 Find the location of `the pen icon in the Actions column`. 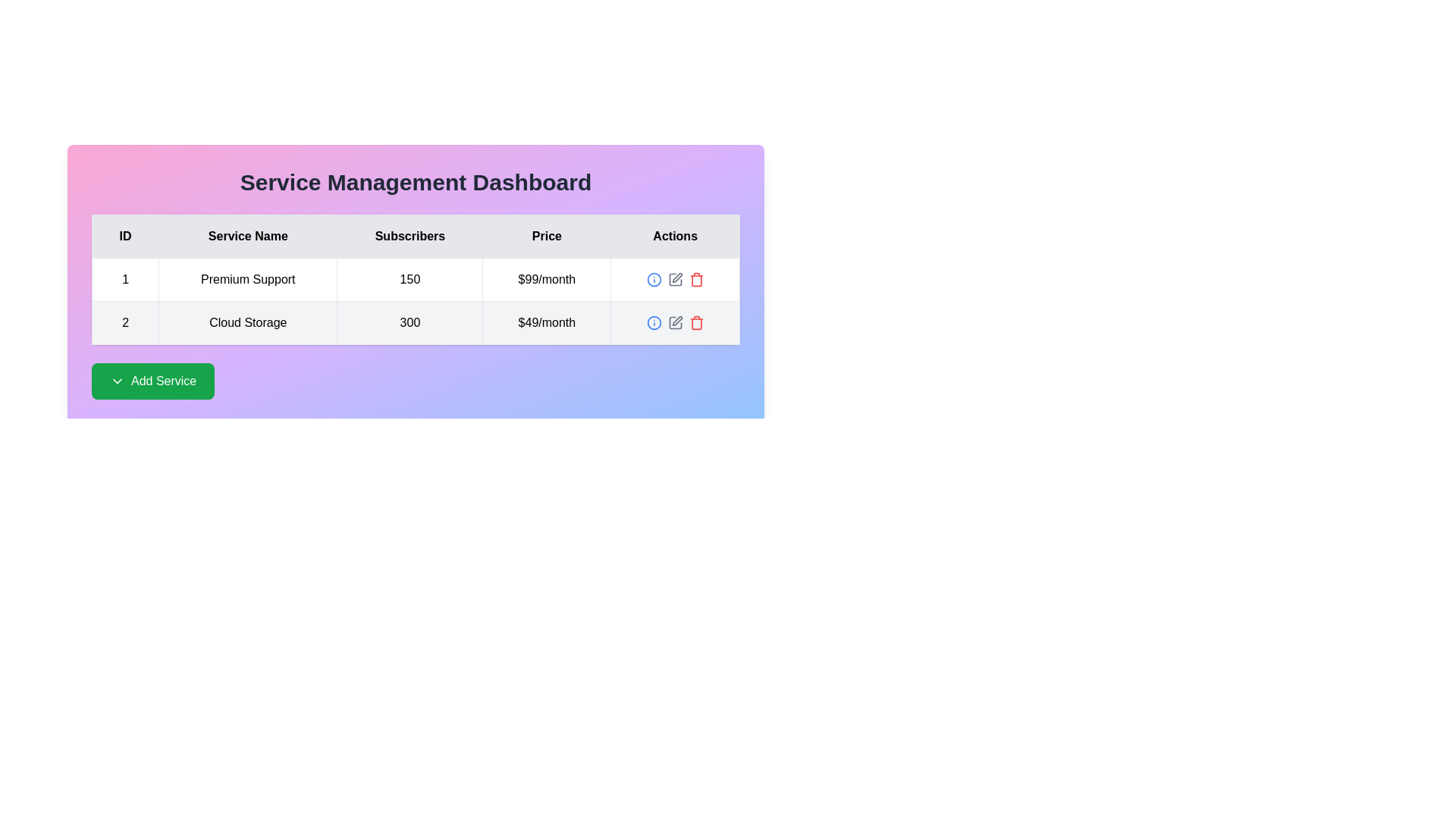

the pen icon in the Actions column is located at coordinates (676, 320).